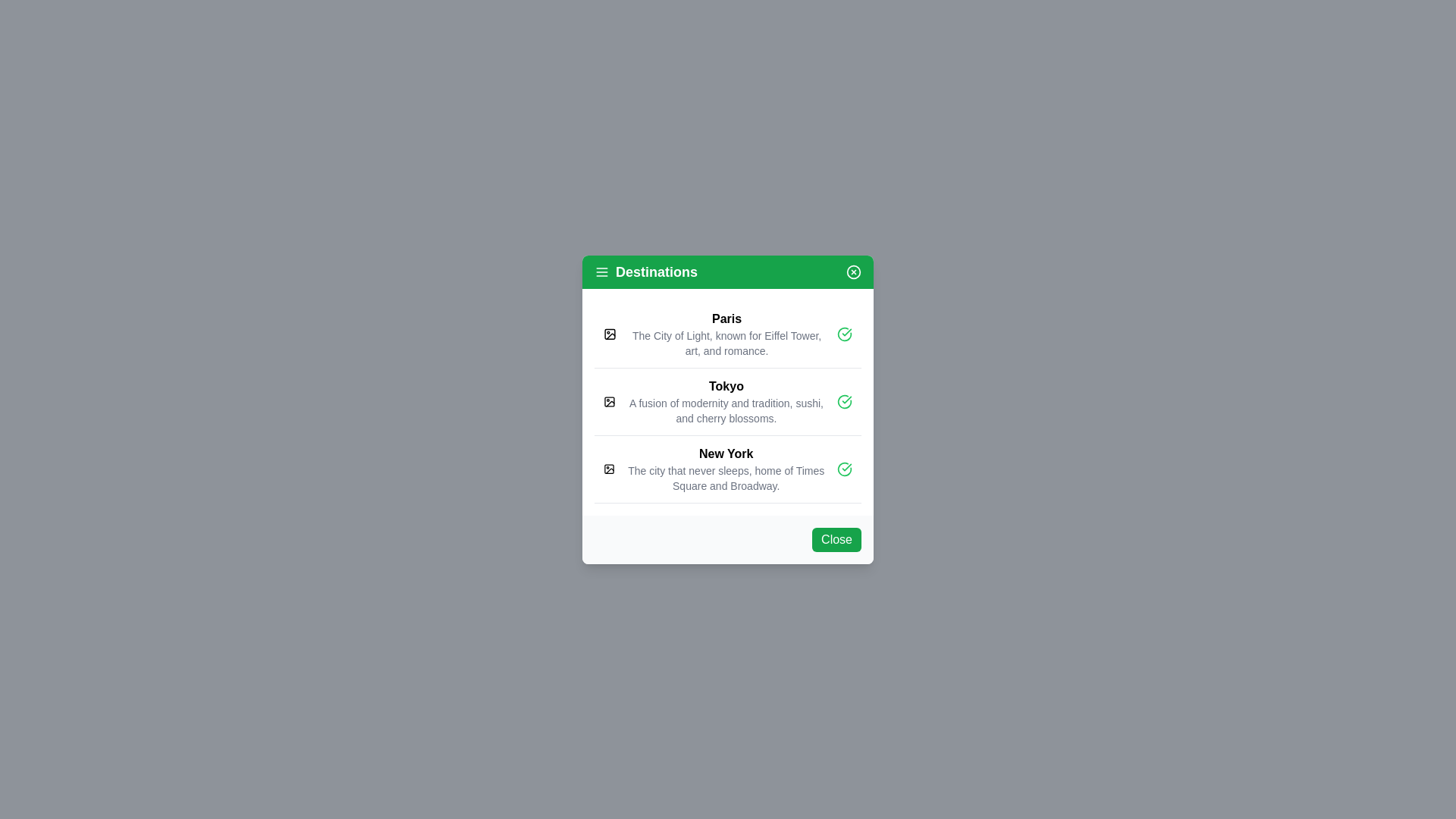 This screenshot has height=819, width=1456. Describe the element at coordinates (728, 400) in the screenshot. I see `the checkmark icon in the second list item that displays information about Tokyo` at that location.